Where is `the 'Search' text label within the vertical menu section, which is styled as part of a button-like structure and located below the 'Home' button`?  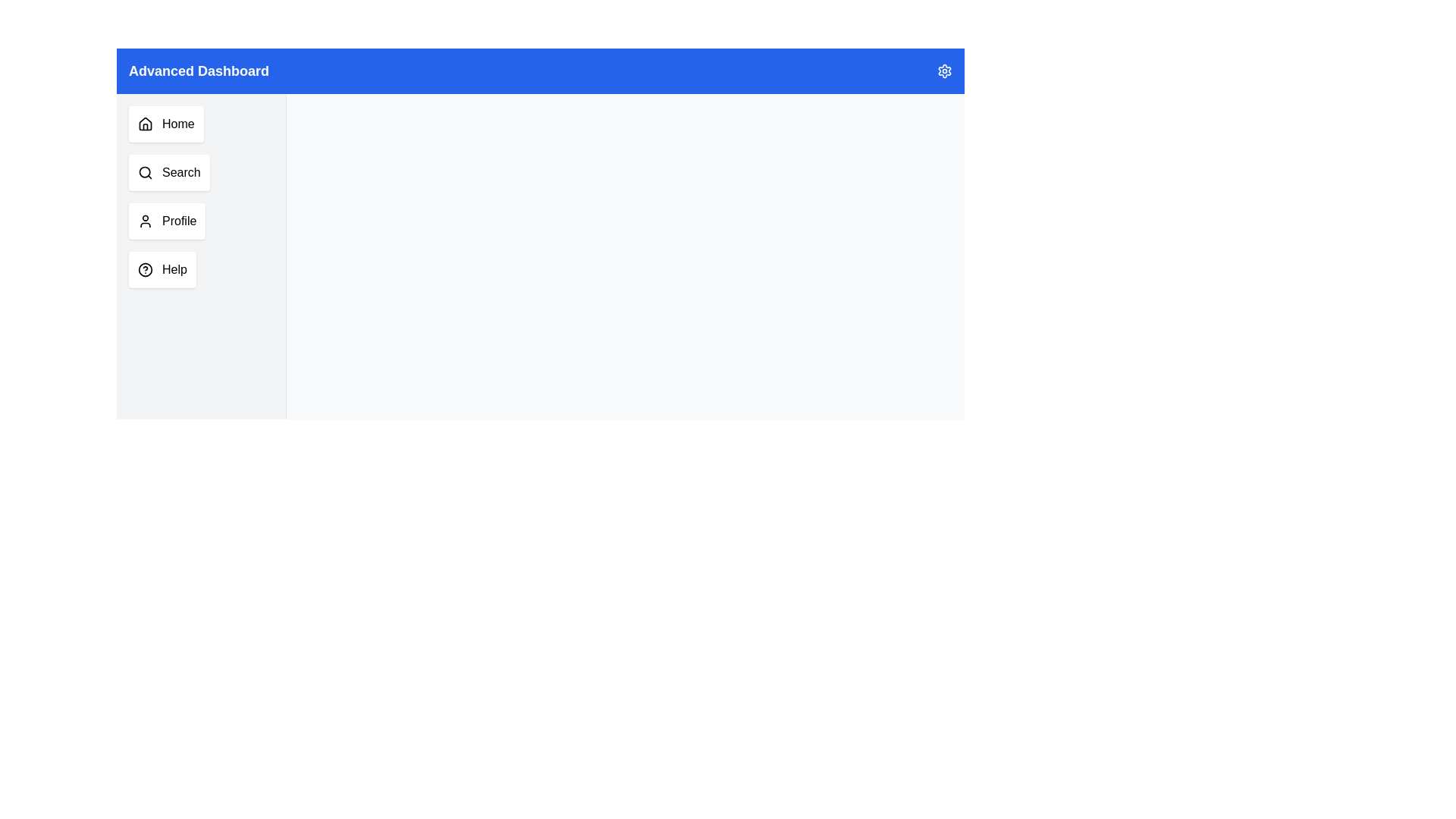 the 'Search' text label within the vertical menu section, which is styled as part of a button-like structure and located below the 'Home' button is located at coordinates (181, 171).